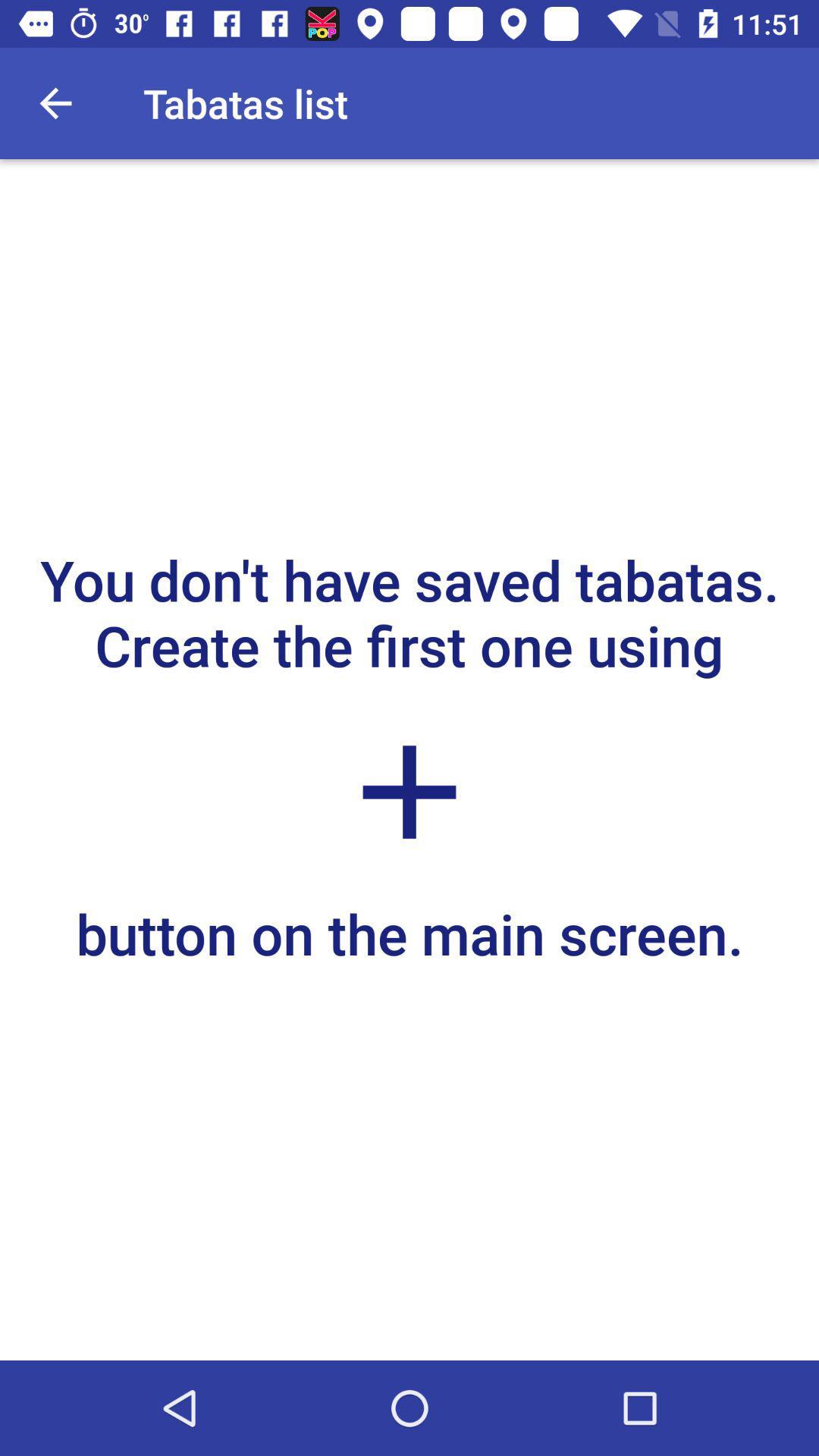  What do you see at coordinates (409, 791) in the screenshot?
I see `icon below the you don t` at bounding box center [409, 791].